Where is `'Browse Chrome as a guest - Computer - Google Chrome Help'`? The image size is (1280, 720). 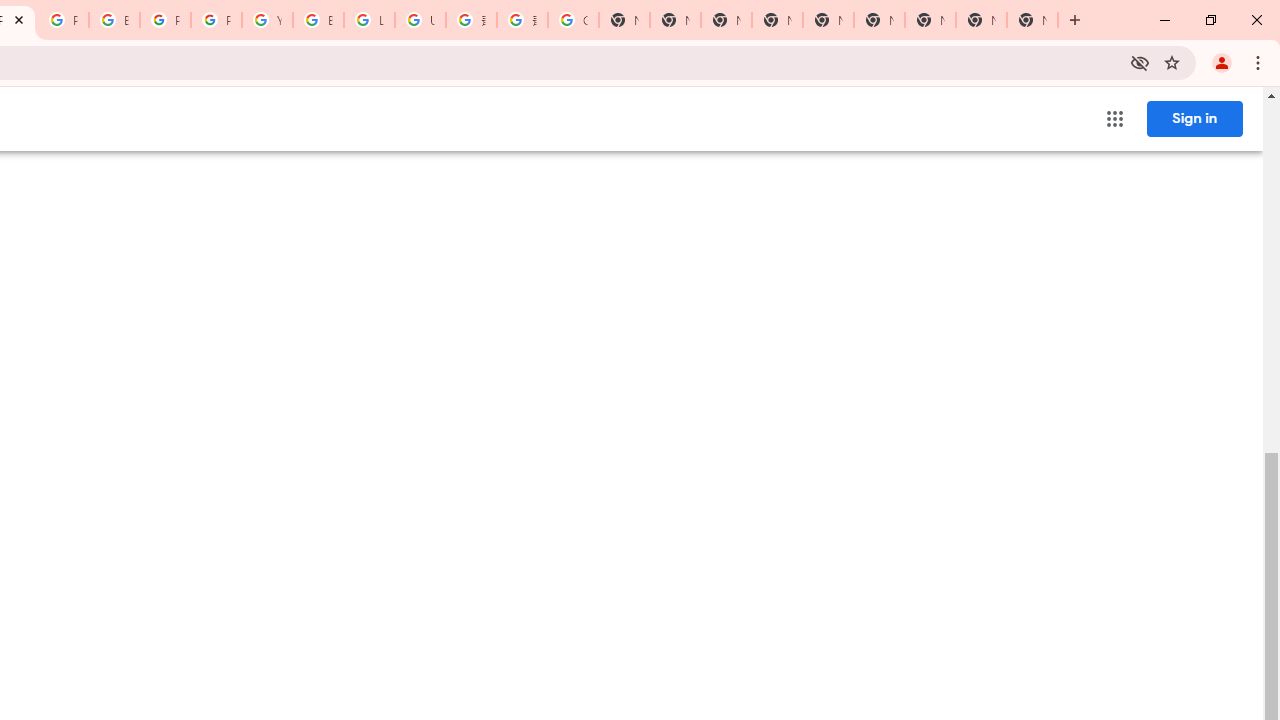
'Browse Chrome as a guest - Computer - Google Chrome Help' is located at coordinates (317, 20).